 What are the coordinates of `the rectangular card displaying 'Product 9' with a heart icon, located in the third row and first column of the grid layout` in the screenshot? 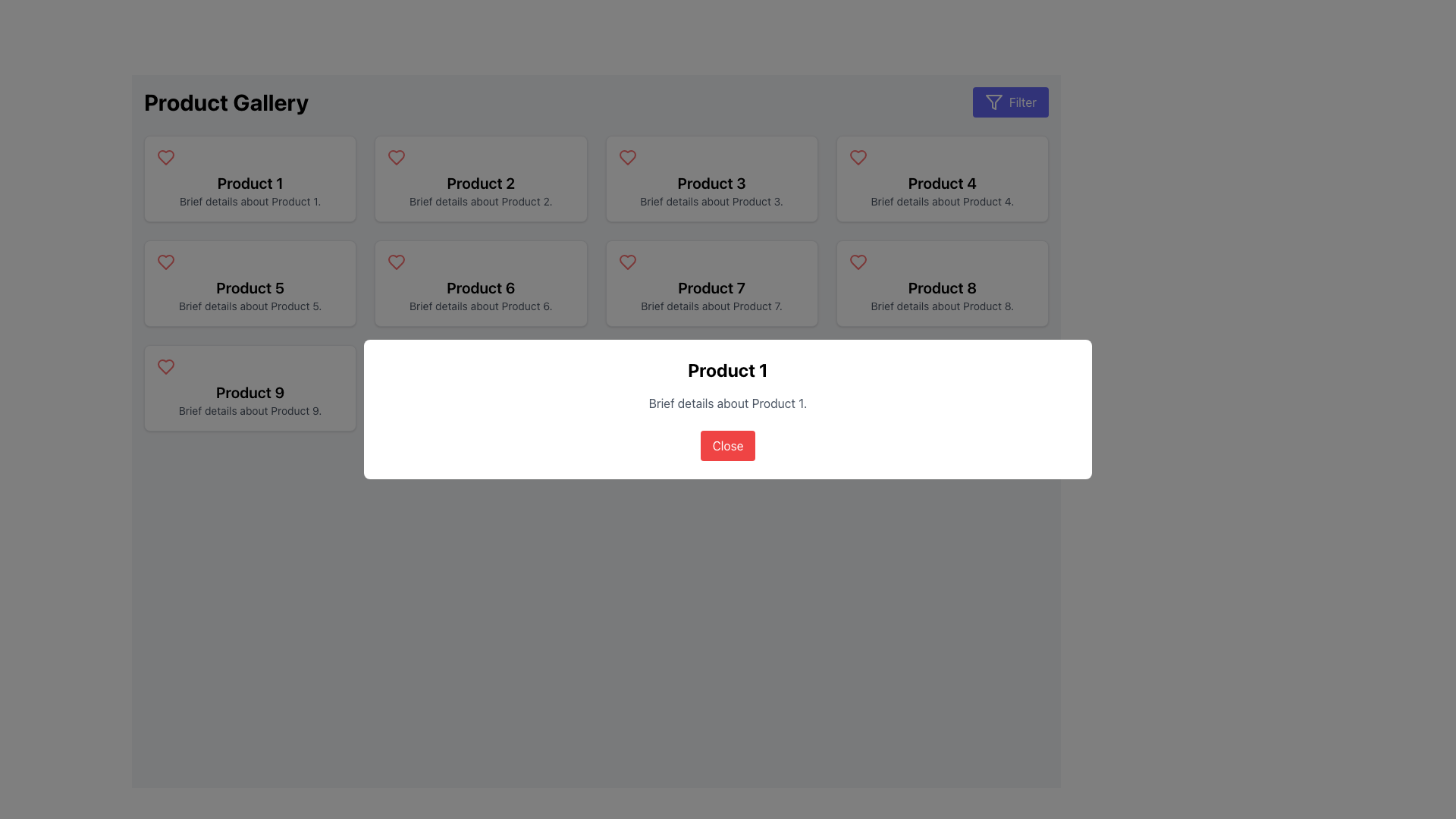 It's located at (250, 388).